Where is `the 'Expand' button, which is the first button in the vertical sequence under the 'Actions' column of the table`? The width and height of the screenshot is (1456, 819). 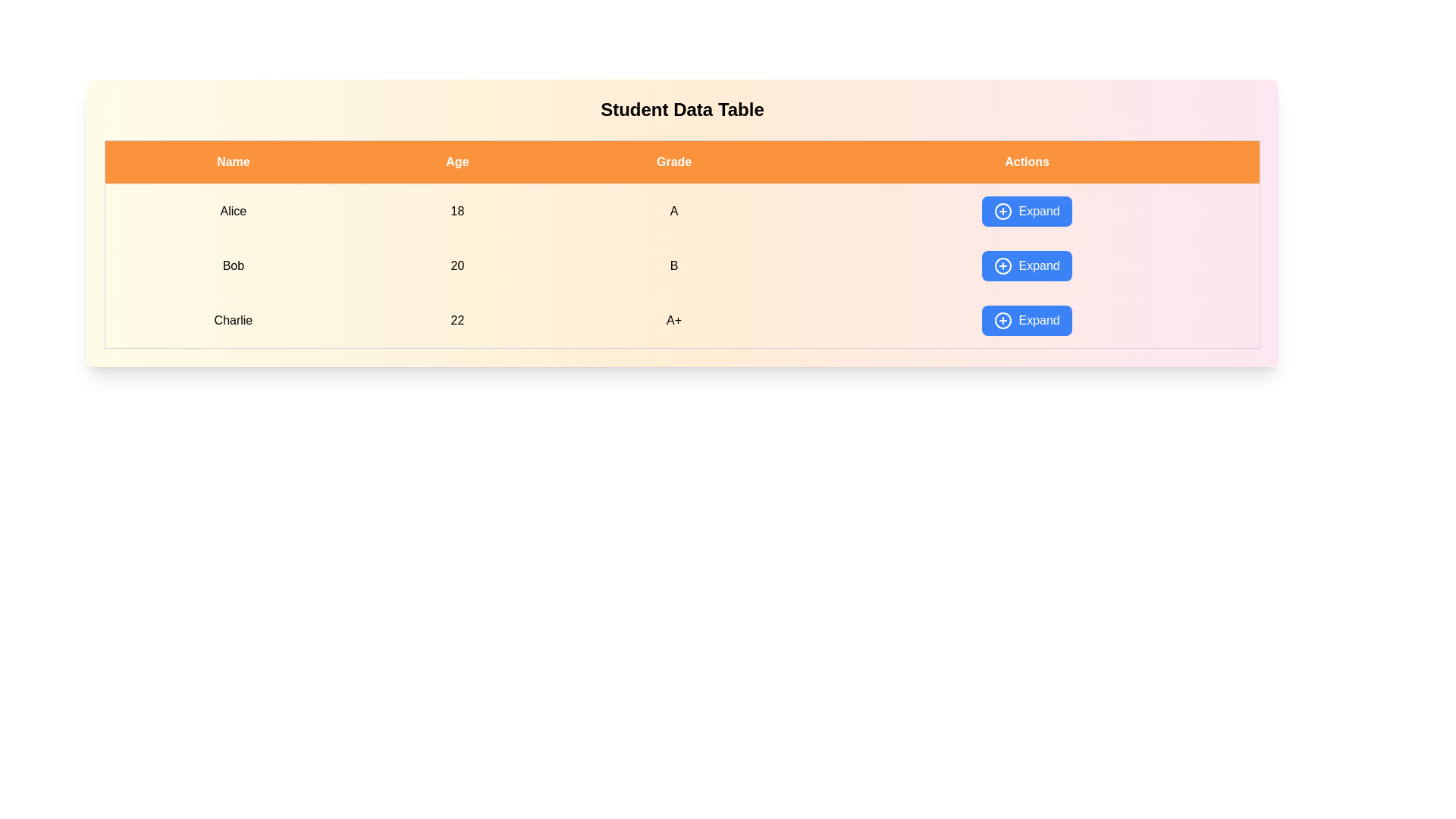
the 'Expand' button, which is the first button in the vertical sequence under the 'Actions' column of the table is located at coordinates (1027, 211).